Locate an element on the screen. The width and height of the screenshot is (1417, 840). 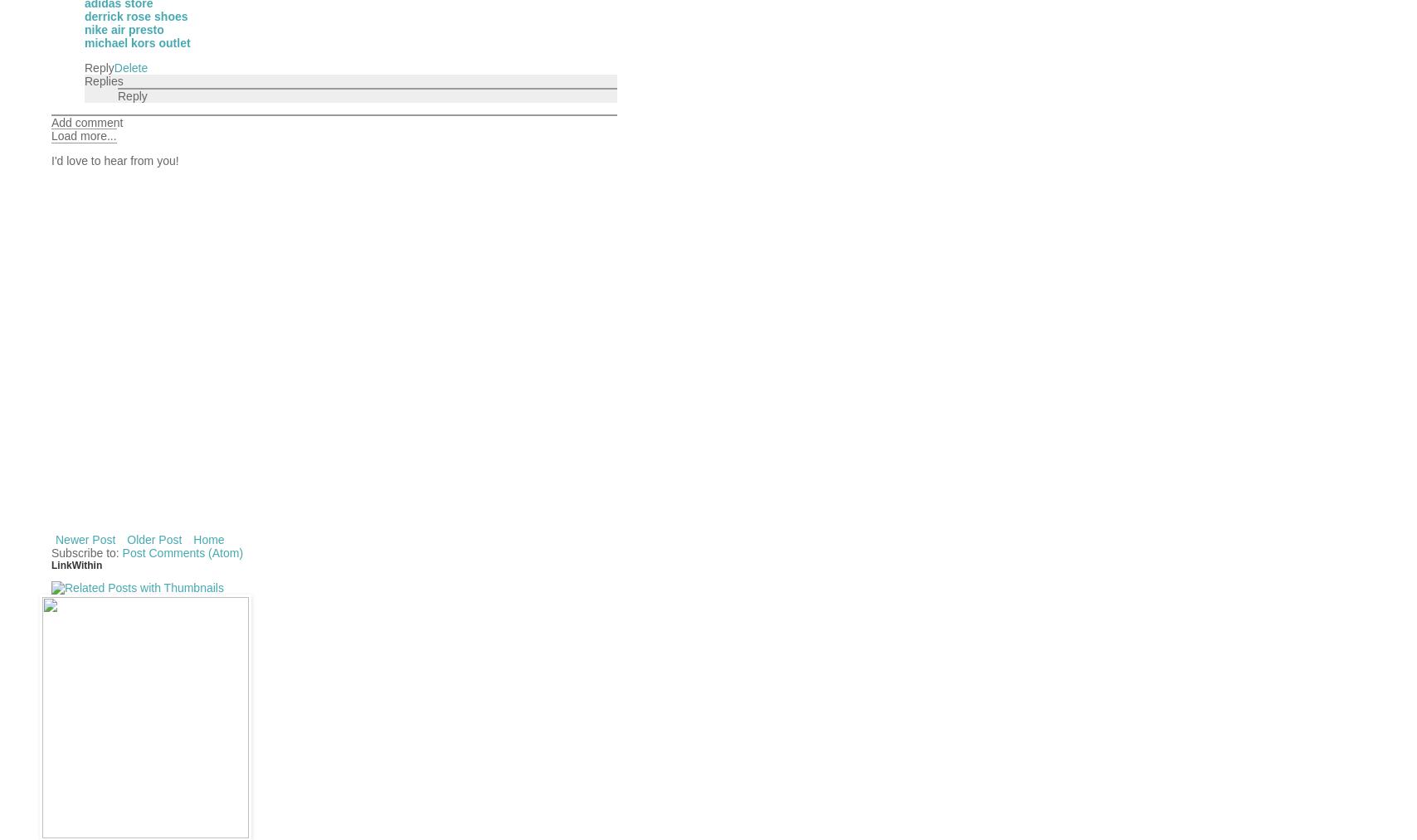
'LinkWithin' is located at coordinates (76, 564).